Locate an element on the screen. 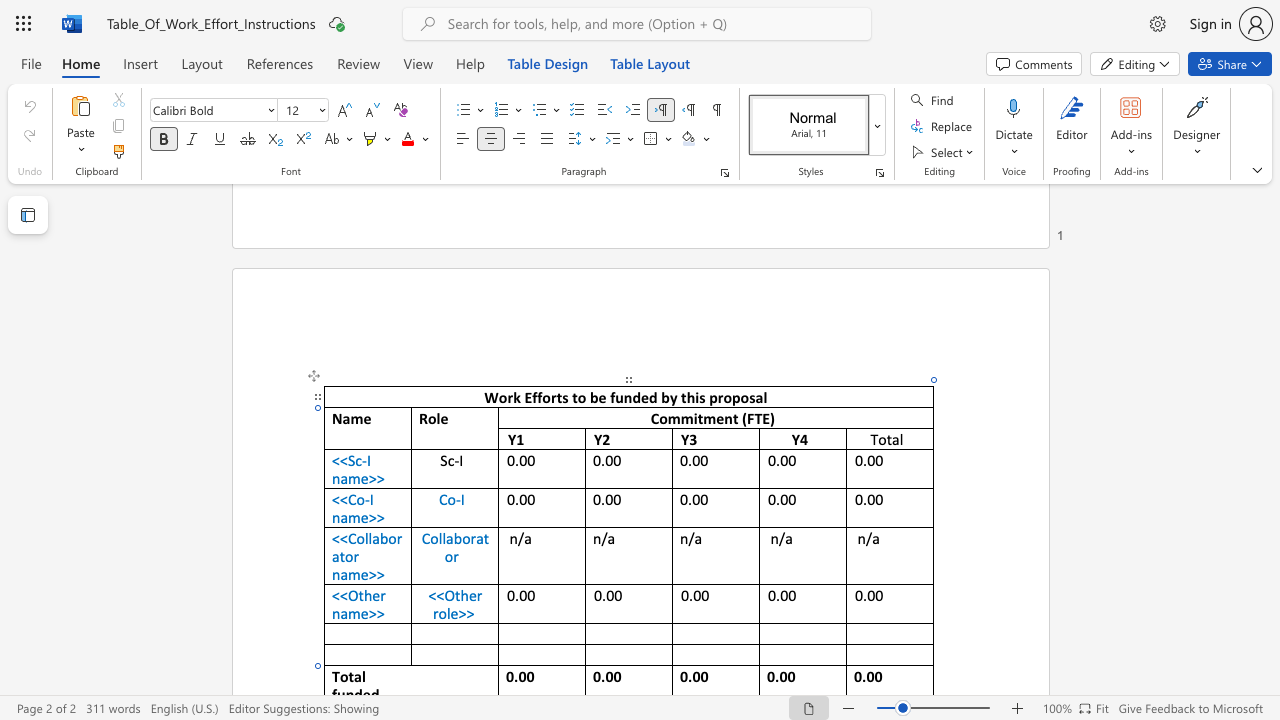 This screenshot has width=1280, height=720. the space between the continuous character "n" and "a" in the text is located at coordinates (340, 478).